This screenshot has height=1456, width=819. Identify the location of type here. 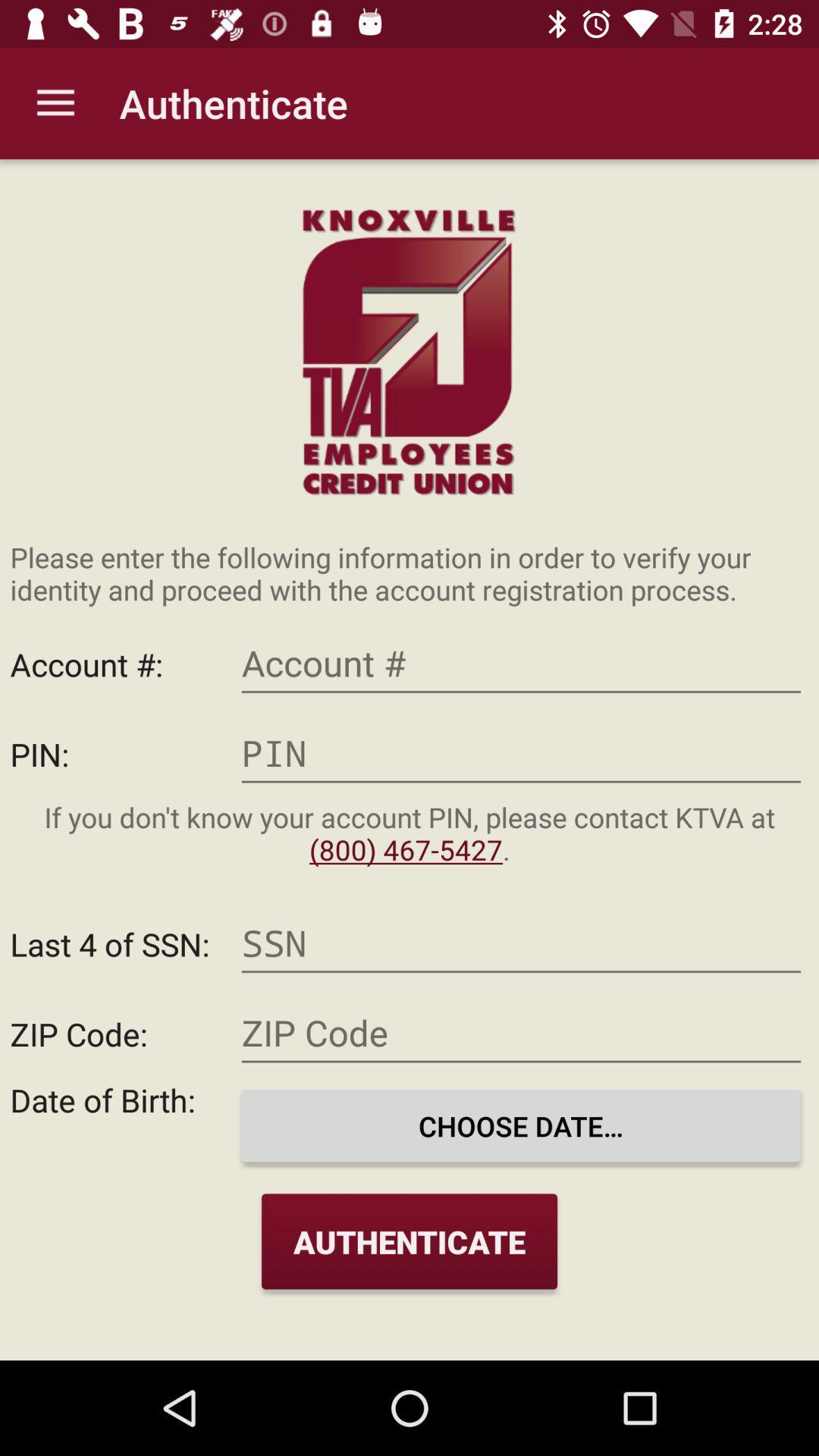
(520, 1032).